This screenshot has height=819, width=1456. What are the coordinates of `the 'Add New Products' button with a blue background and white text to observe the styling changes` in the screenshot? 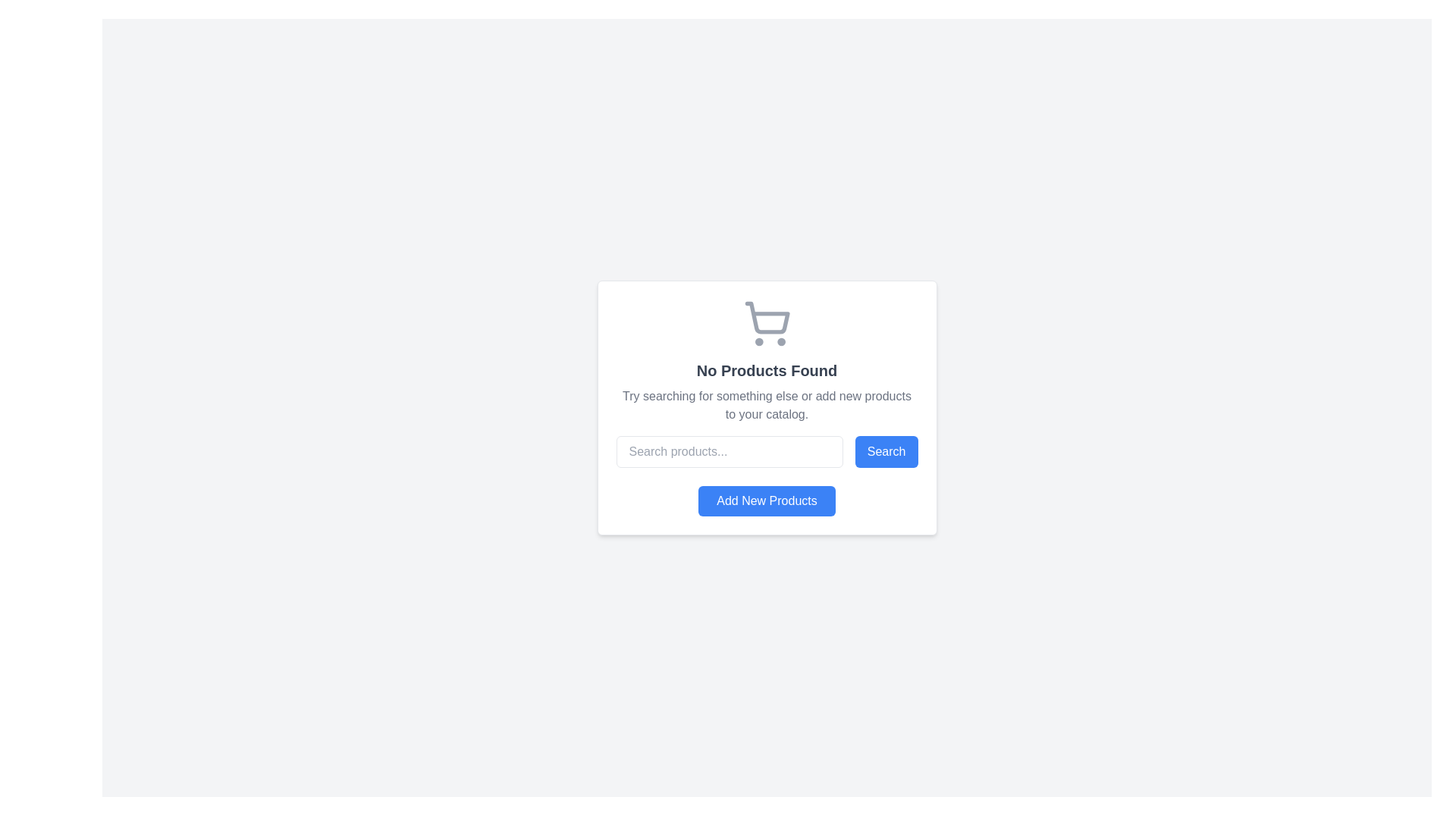 It's located at (767, 500).